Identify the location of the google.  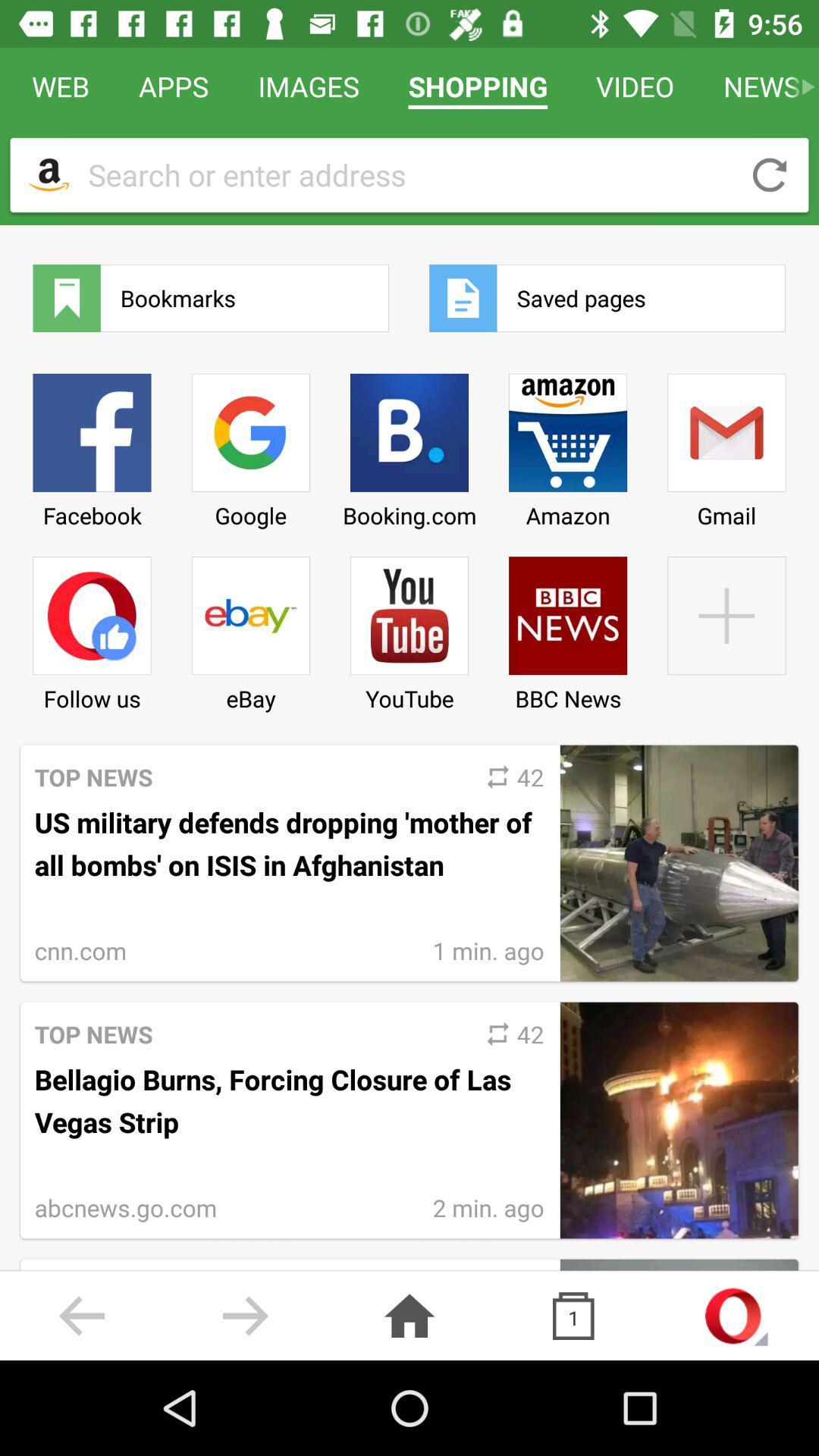
(249, 444).